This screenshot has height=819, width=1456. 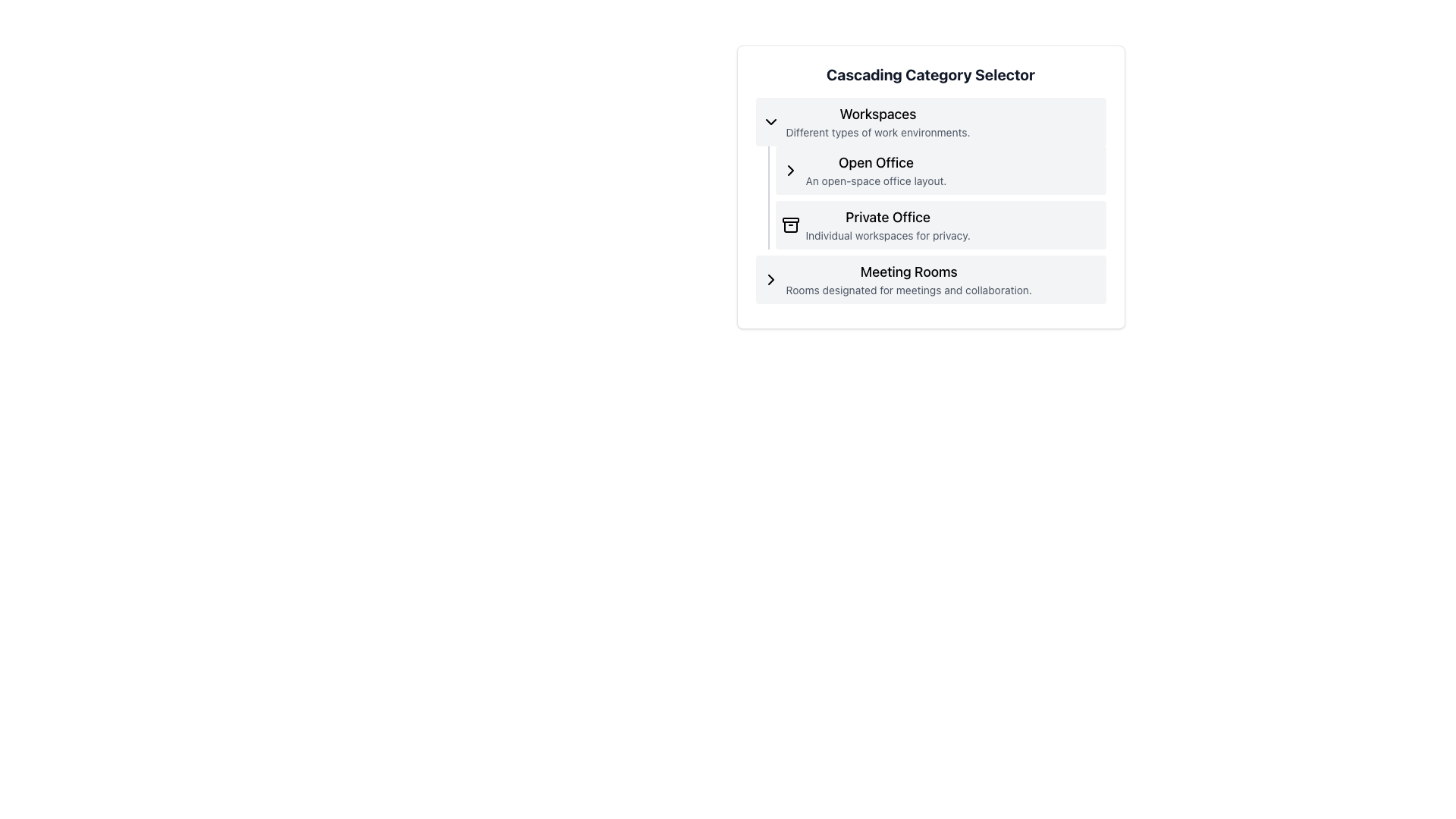 I want to click on the selectable category option labeled 'Meeting Rooms' which is the third entry in the cascading category layout, so click(x=908, y=280).